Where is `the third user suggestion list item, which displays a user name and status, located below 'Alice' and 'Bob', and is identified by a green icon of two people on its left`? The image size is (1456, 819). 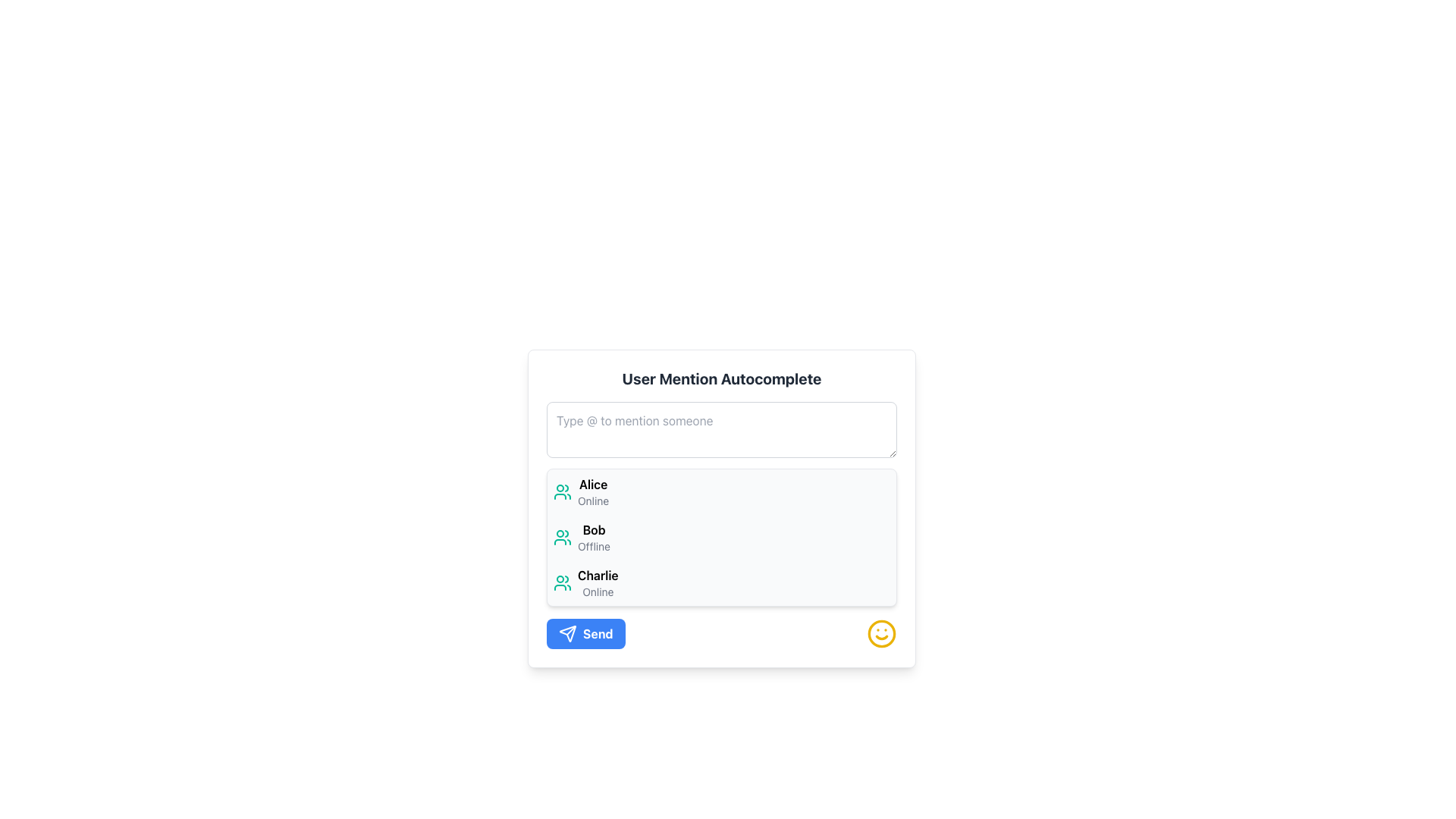 the third user suggestion list item, which displays a user name and status, located below 'Alice' and 'Bob', and is identified by a green icon of two people on its left is located at coordinates (597, 582).